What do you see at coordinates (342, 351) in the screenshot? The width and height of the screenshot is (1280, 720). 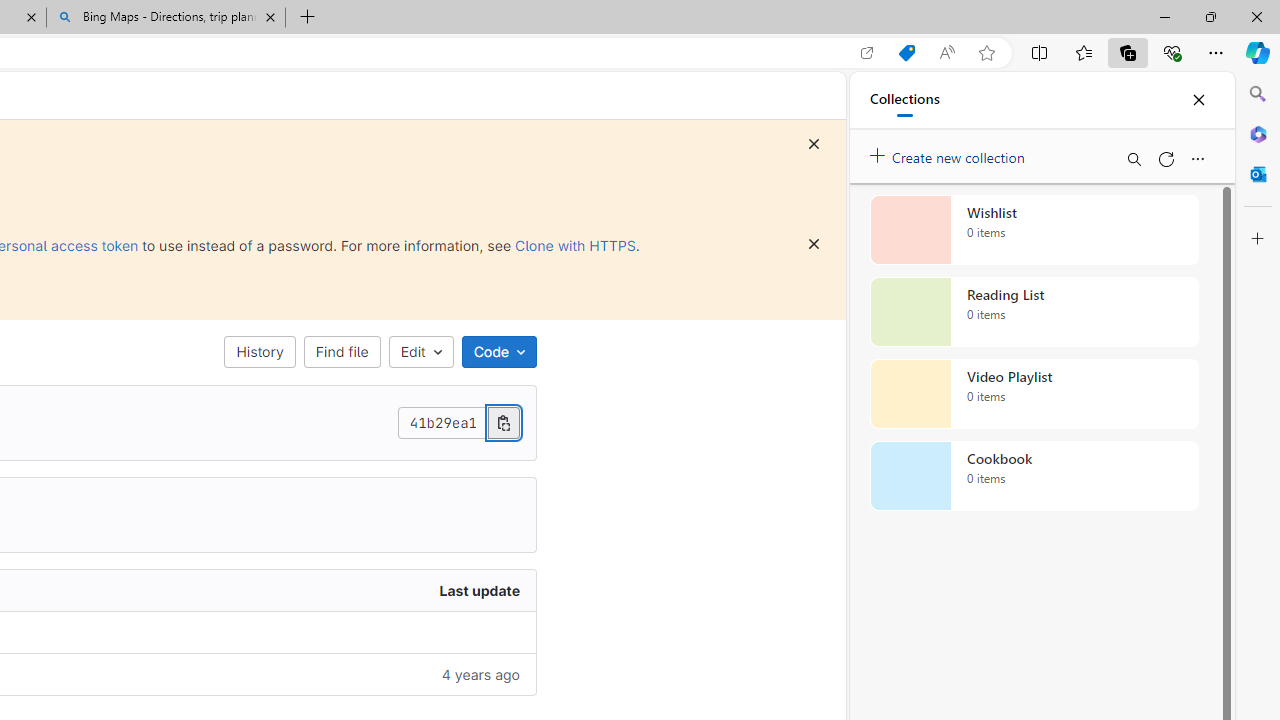 I see `'Find file'` at bounding box center [342, 351].